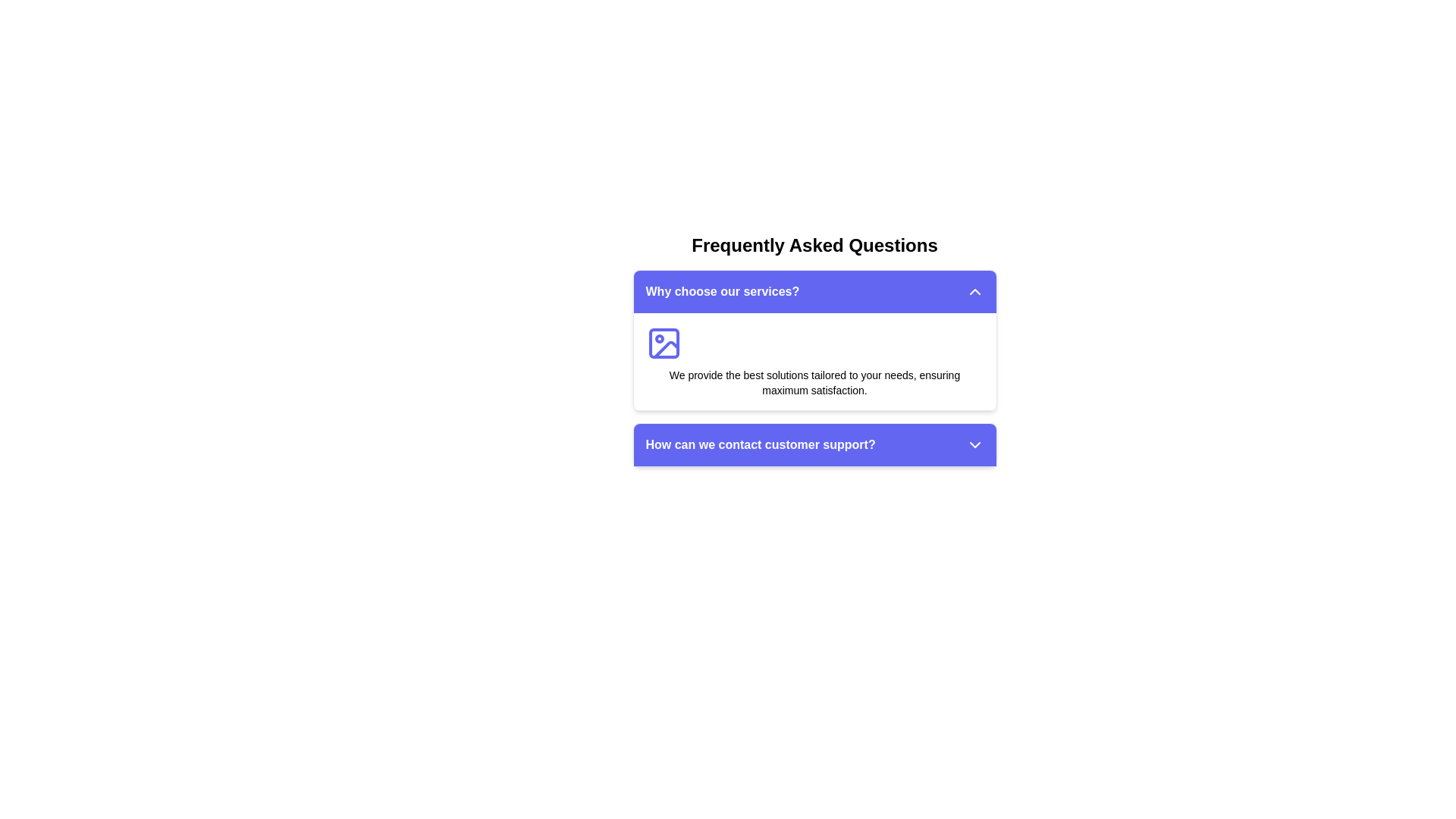 Image resolution: width=1456 pixels, height=819 pixels. What do you see at coordinates (664, 343) in the screenshot?
I see `the vibrant indigo icon representing an image, located in the FAQ section under the 'Why choose our services?' collapsible header` at bounding box center [664, 343].